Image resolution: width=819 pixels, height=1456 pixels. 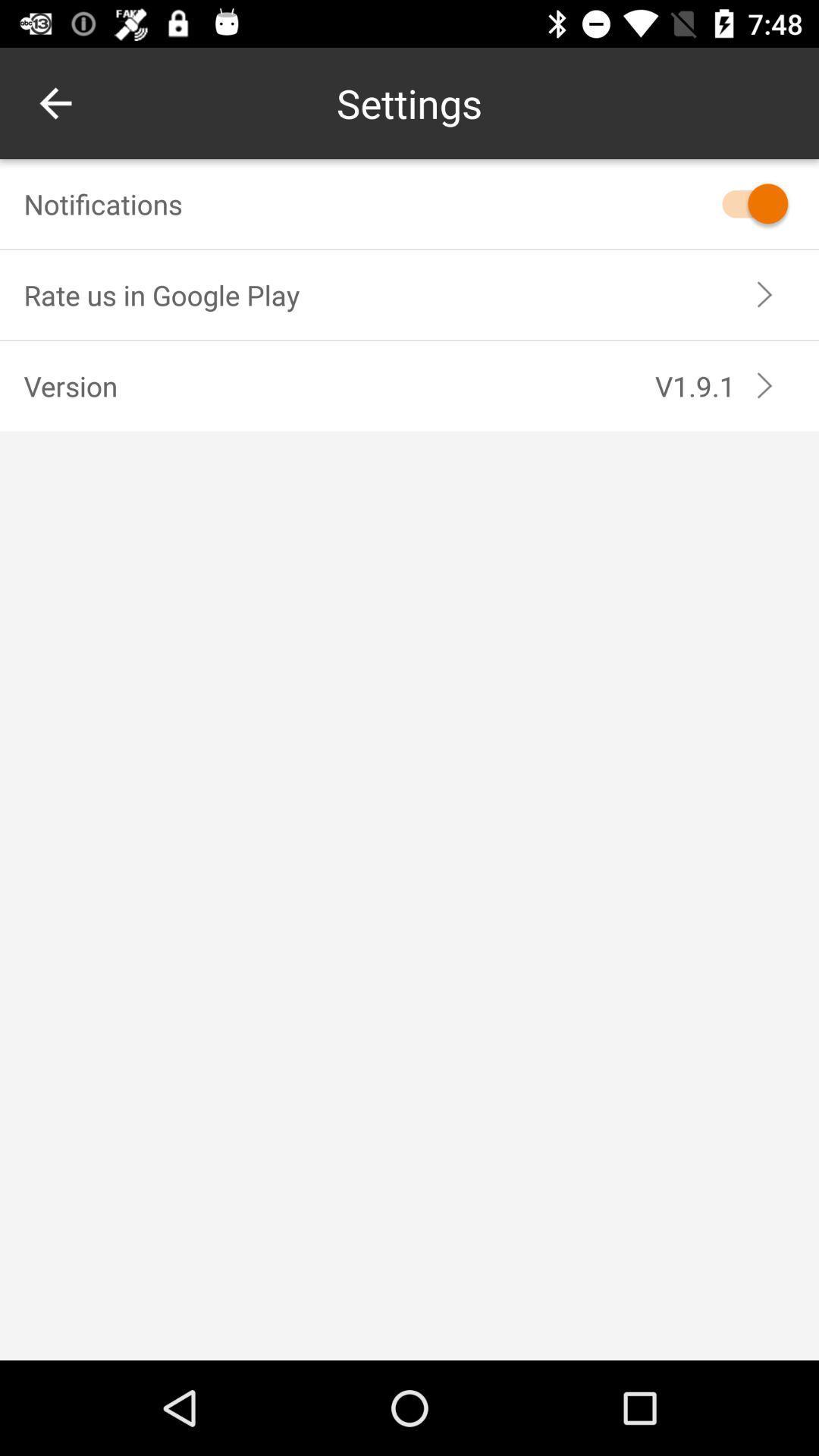 What do you see at coordinates (747, 202) in the screenshot?
I see `notifications option` at bounding box center [747, 202].